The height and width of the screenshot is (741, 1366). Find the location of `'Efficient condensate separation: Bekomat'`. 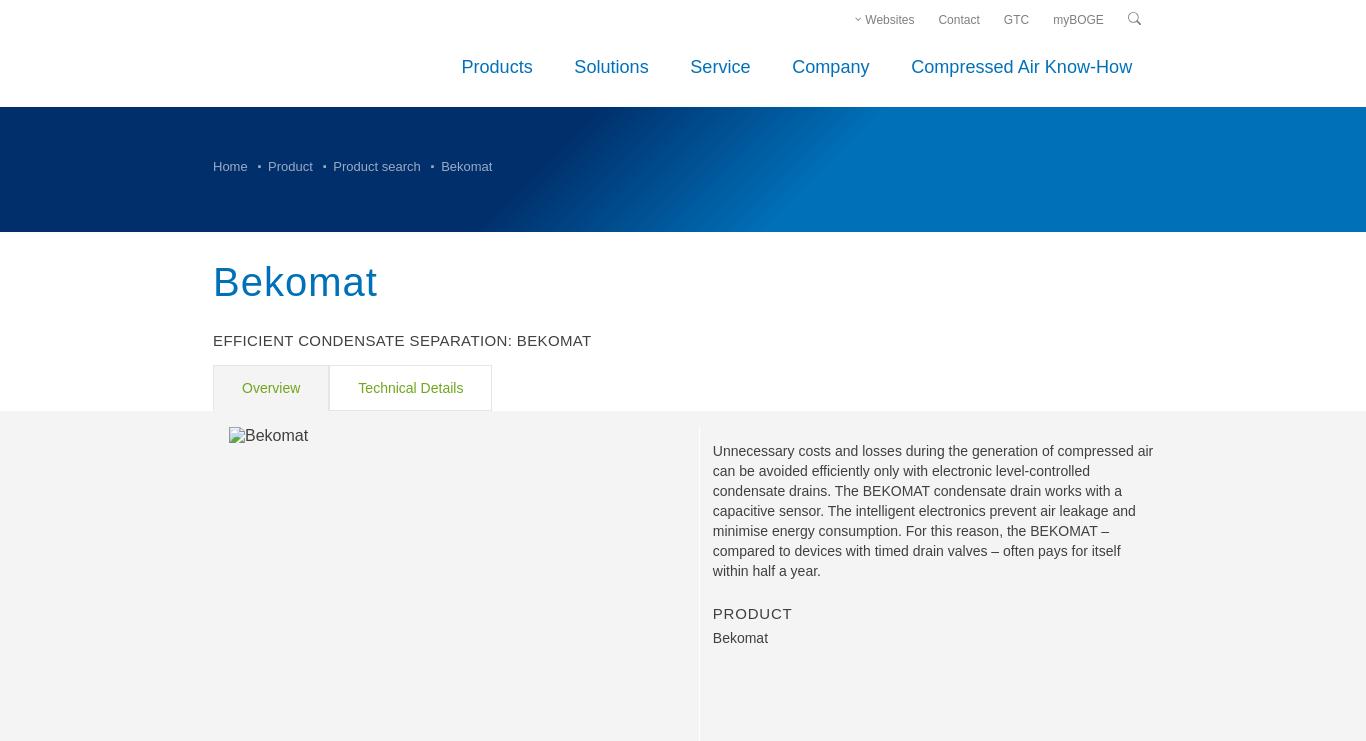

'Efficient condensate separation: Bekomat' is located at coordinates (401, 339).